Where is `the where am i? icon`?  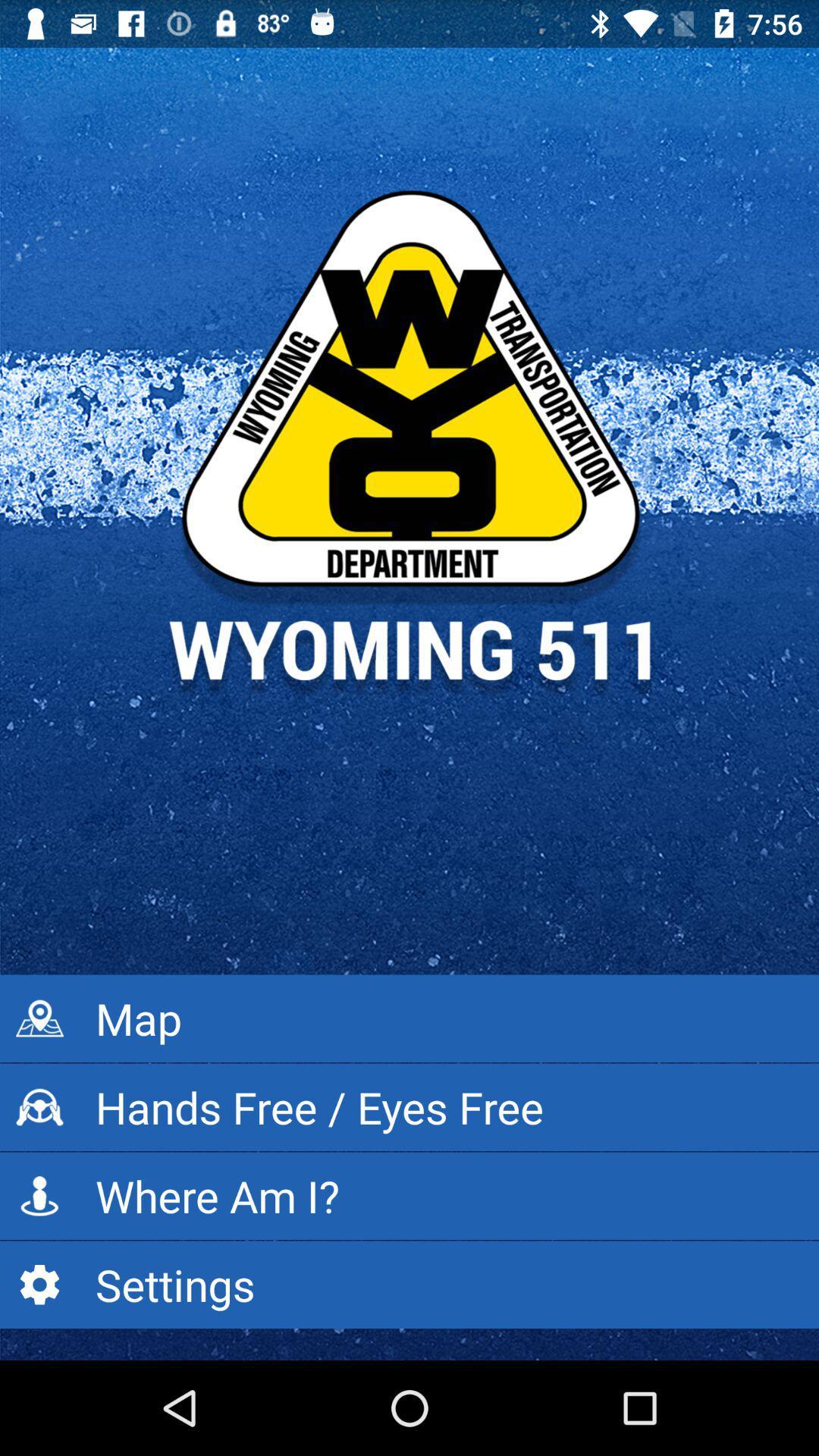
the where am i? icon is located at coordinates (409, 1195).